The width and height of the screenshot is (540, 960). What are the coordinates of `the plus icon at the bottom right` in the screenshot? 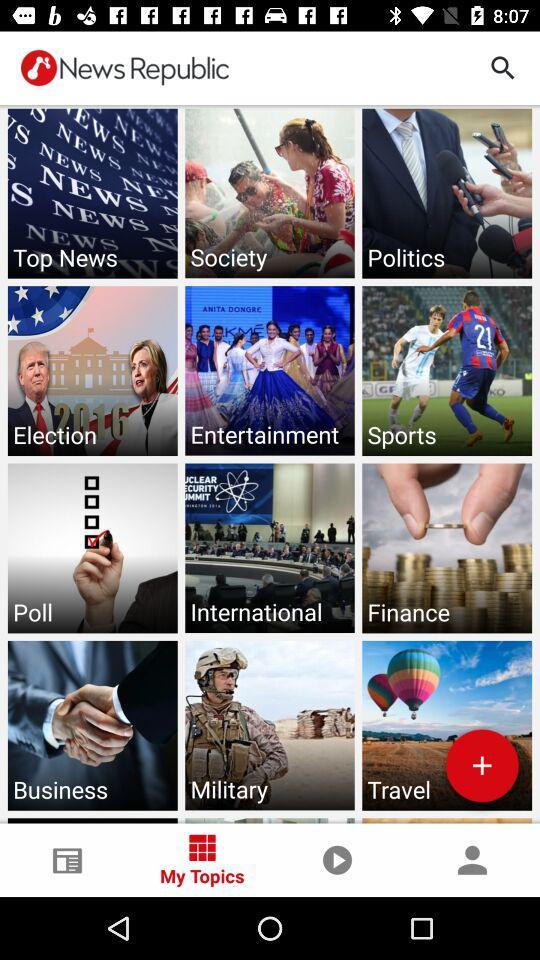 It's located at (481, 764).